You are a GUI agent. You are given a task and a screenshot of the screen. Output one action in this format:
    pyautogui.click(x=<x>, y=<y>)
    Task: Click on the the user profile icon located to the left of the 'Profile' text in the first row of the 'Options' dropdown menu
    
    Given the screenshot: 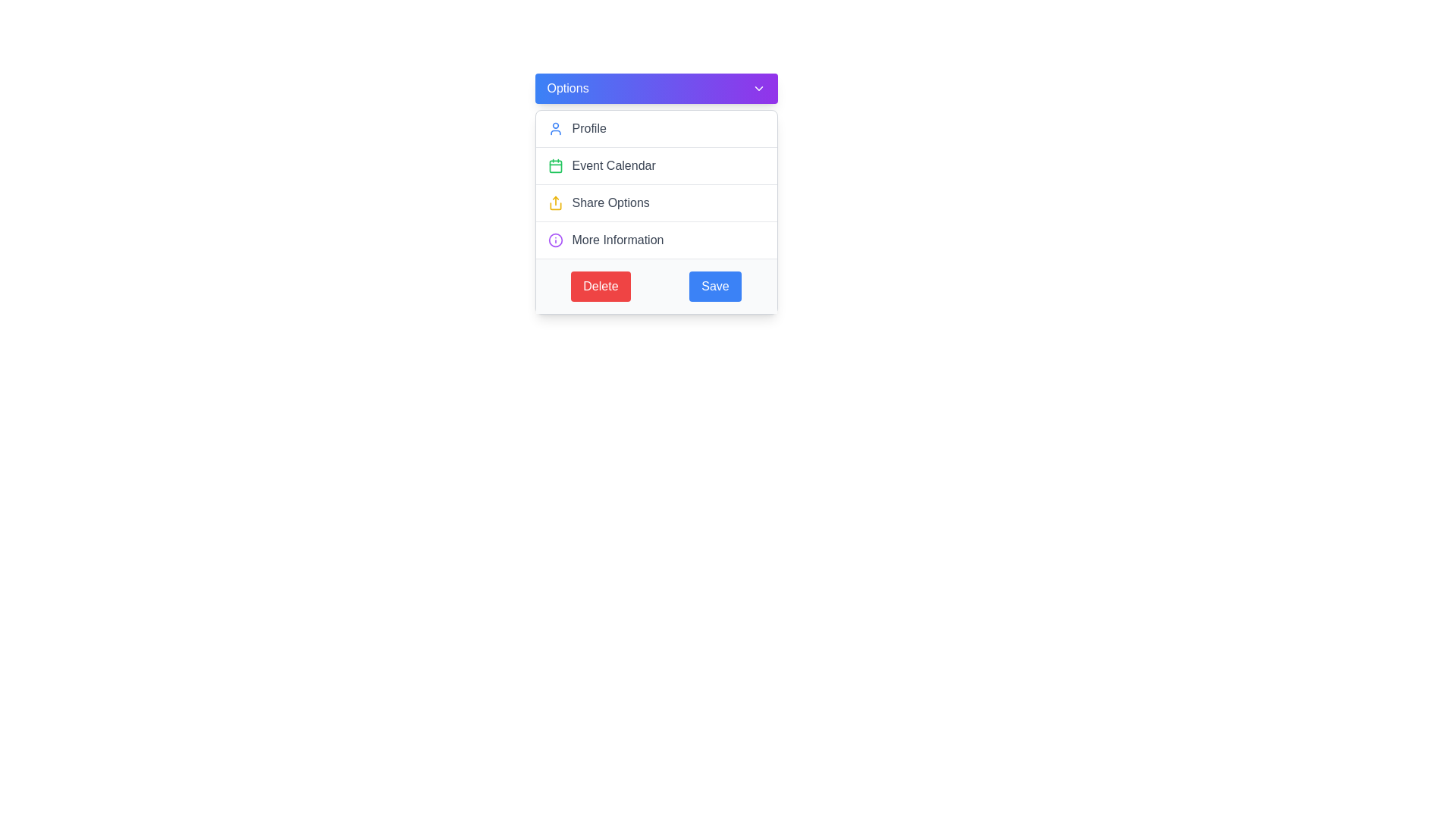 What is the action you would take?
    pyautogui.click(x=554, y=127)
    